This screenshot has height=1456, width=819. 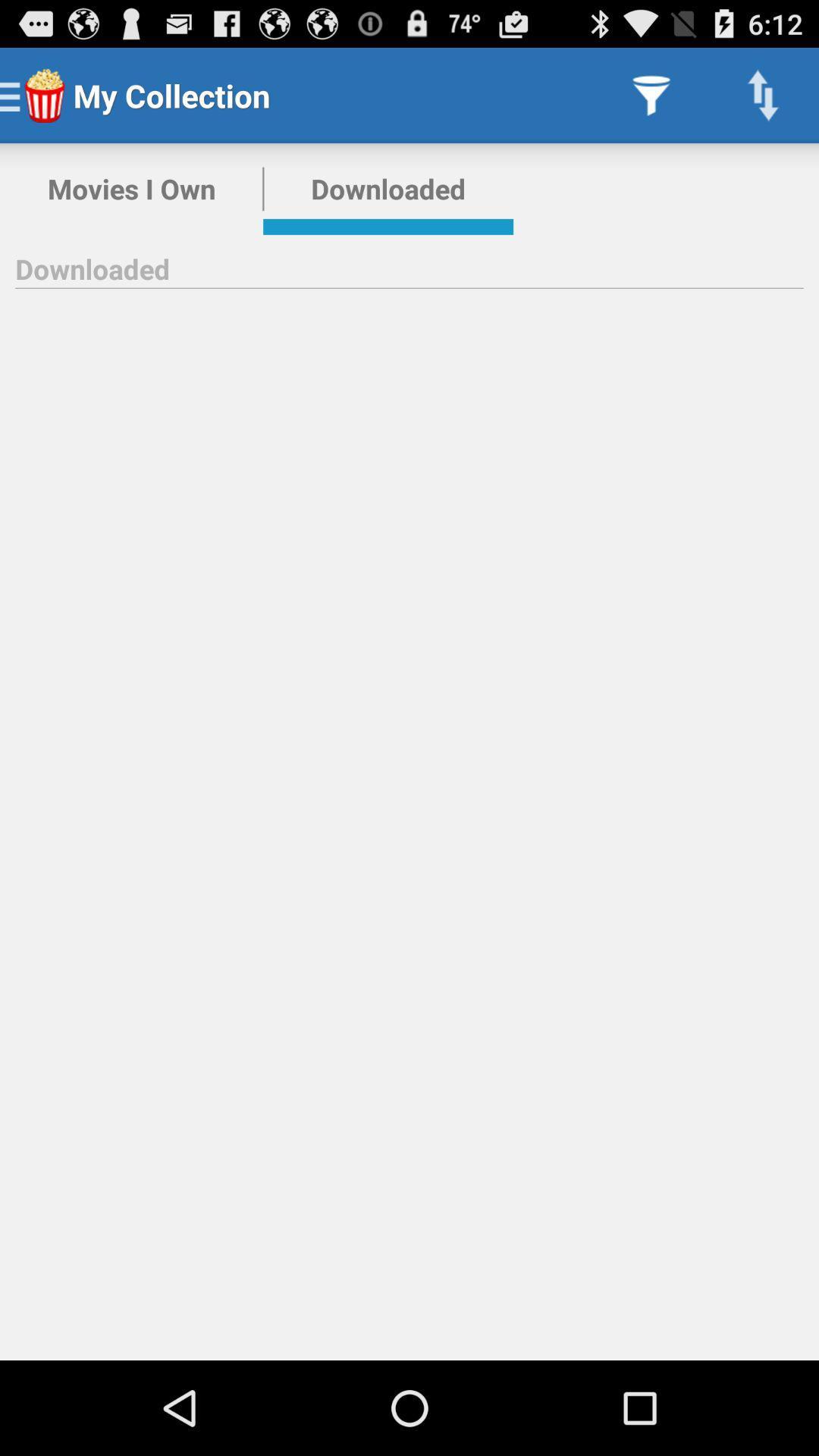 What do you see at coordinates (388, 188) in the screenshot?
I see `the item next to the movies i own` at bounding box center [388, 188].